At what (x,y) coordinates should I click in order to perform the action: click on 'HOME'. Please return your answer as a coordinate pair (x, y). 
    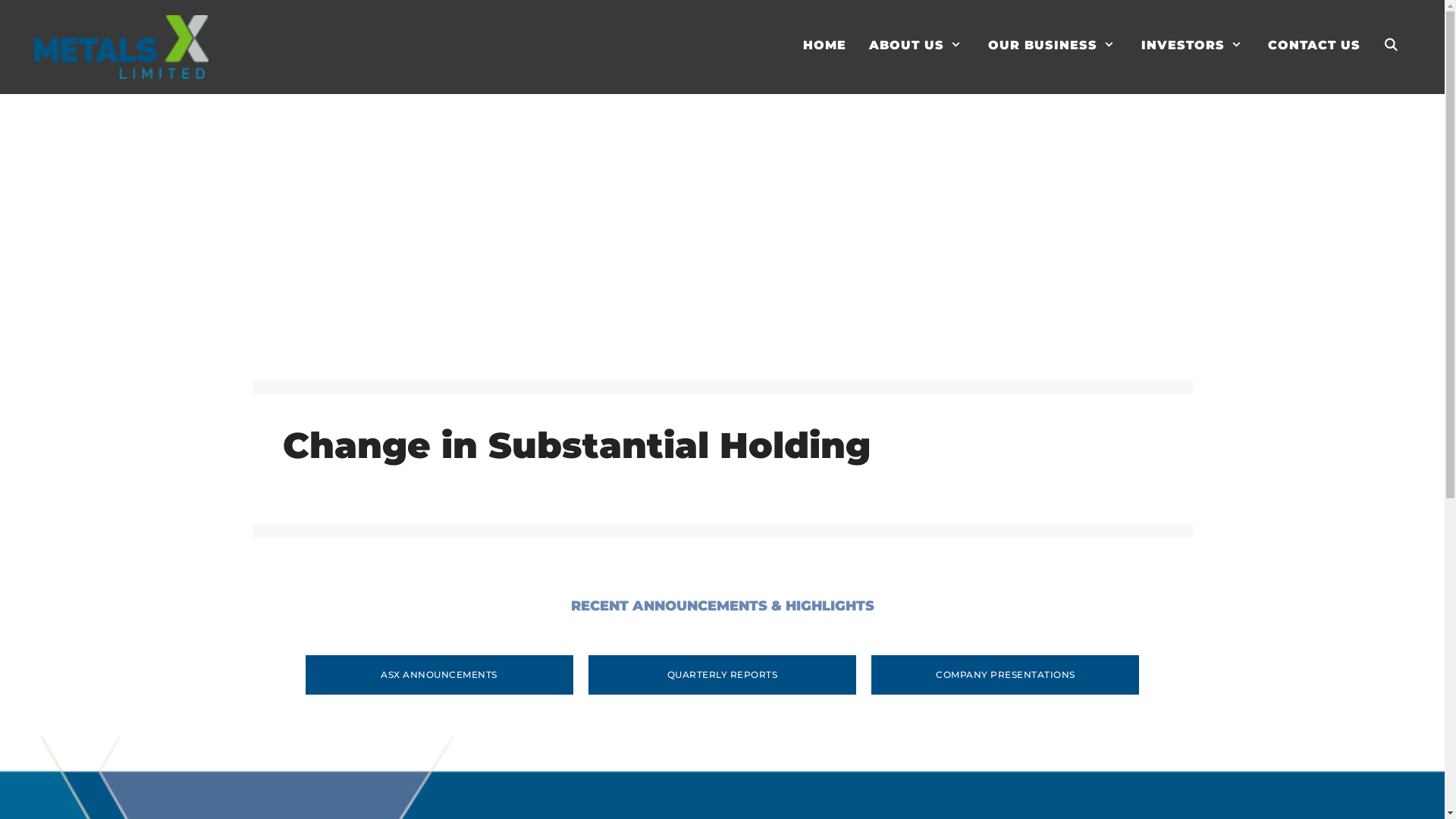
    Looking at the image, I should click on (824, 45).